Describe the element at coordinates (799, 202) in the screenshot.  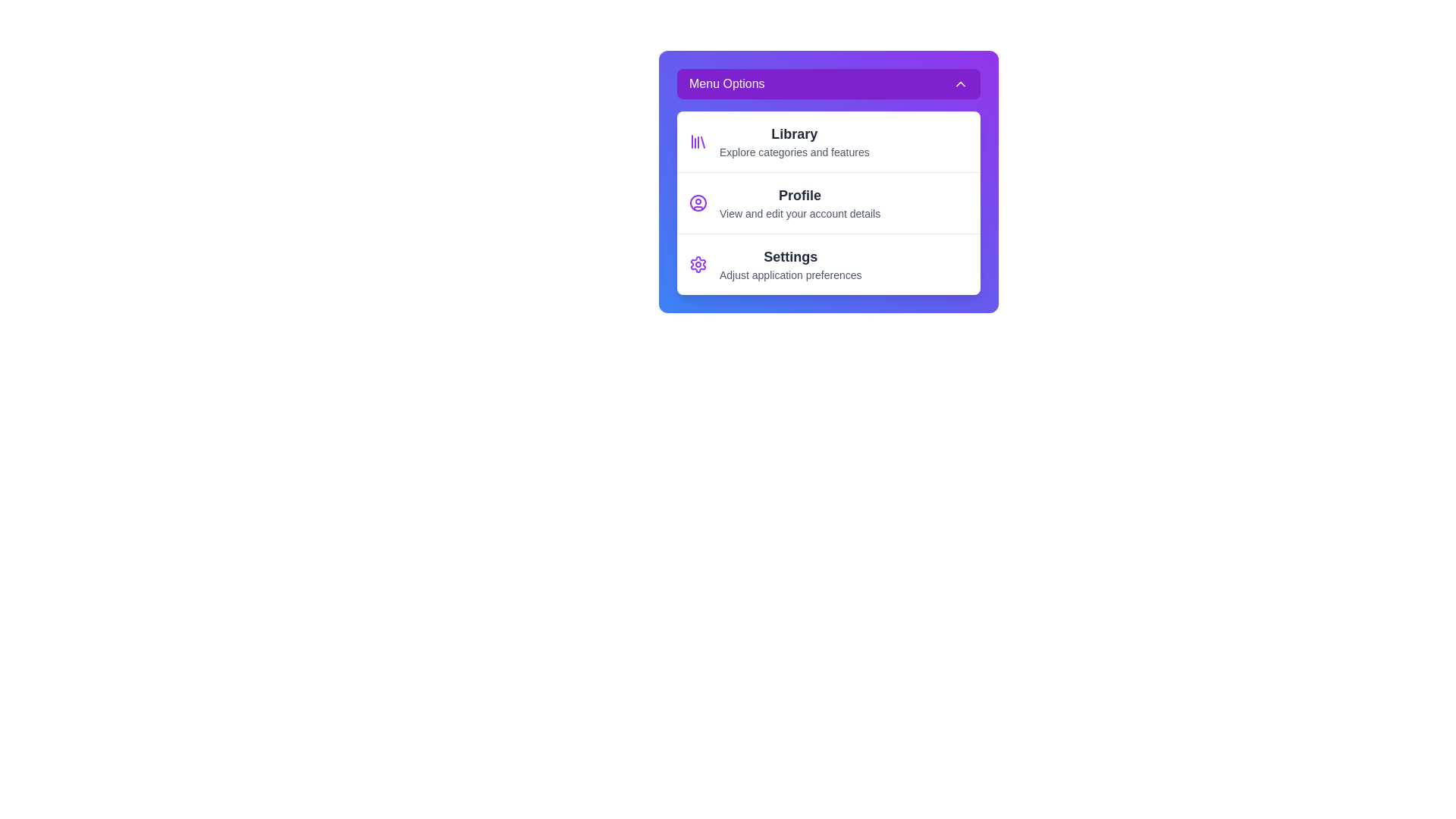
I see `the second textual navigation link in the 'Menu Options'` at that location.